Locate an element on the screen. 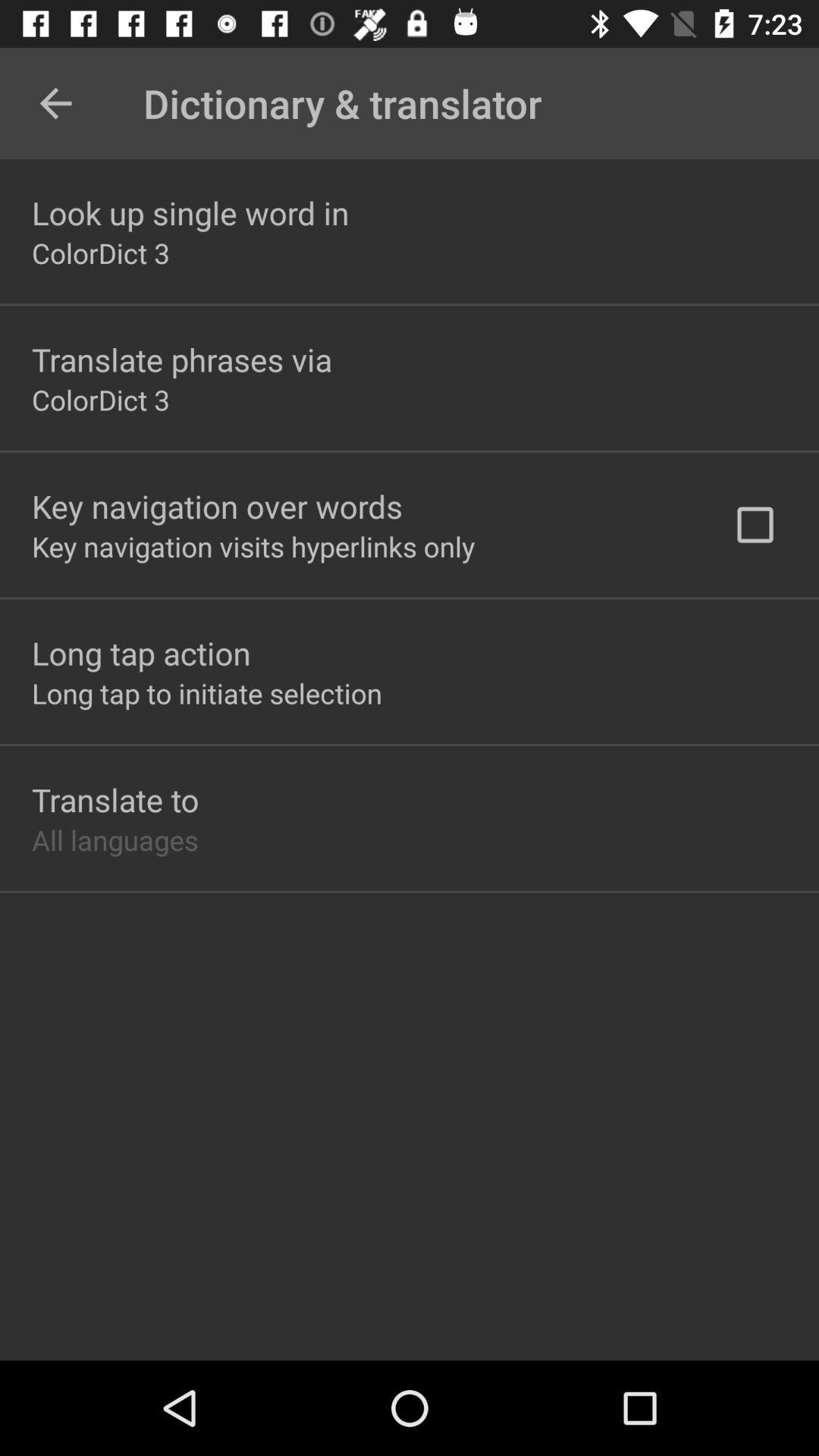  the item next to the dictionary & translator icon is located at coordinates (55, 102).